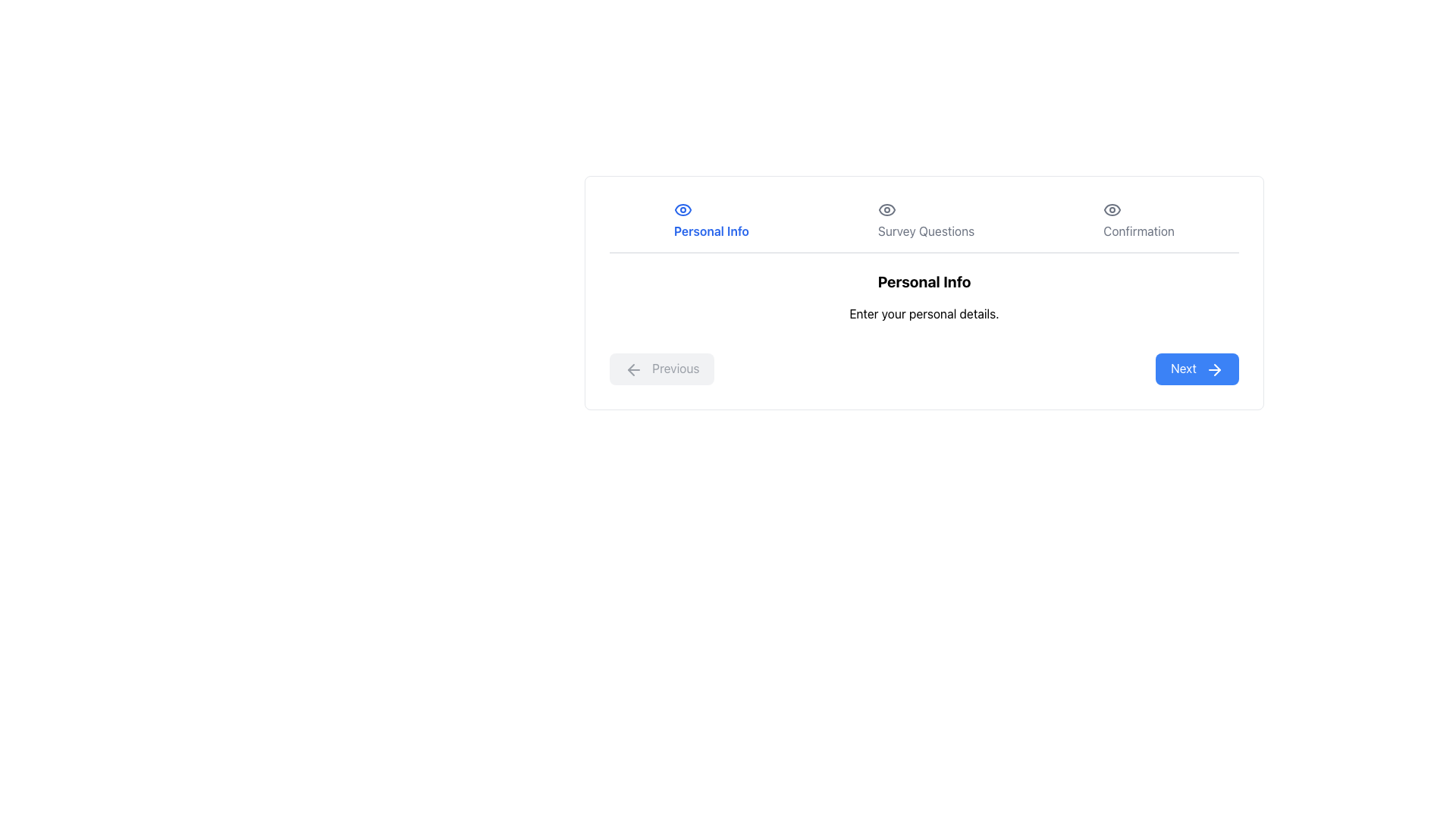 The width and height of the screenshot is (1456, 819). I want to click on the icon representing the 'Survey Questions' section, which is located above the text 'Survey Questions' and is the second element in the horizontal icon list, so click(886, 210).